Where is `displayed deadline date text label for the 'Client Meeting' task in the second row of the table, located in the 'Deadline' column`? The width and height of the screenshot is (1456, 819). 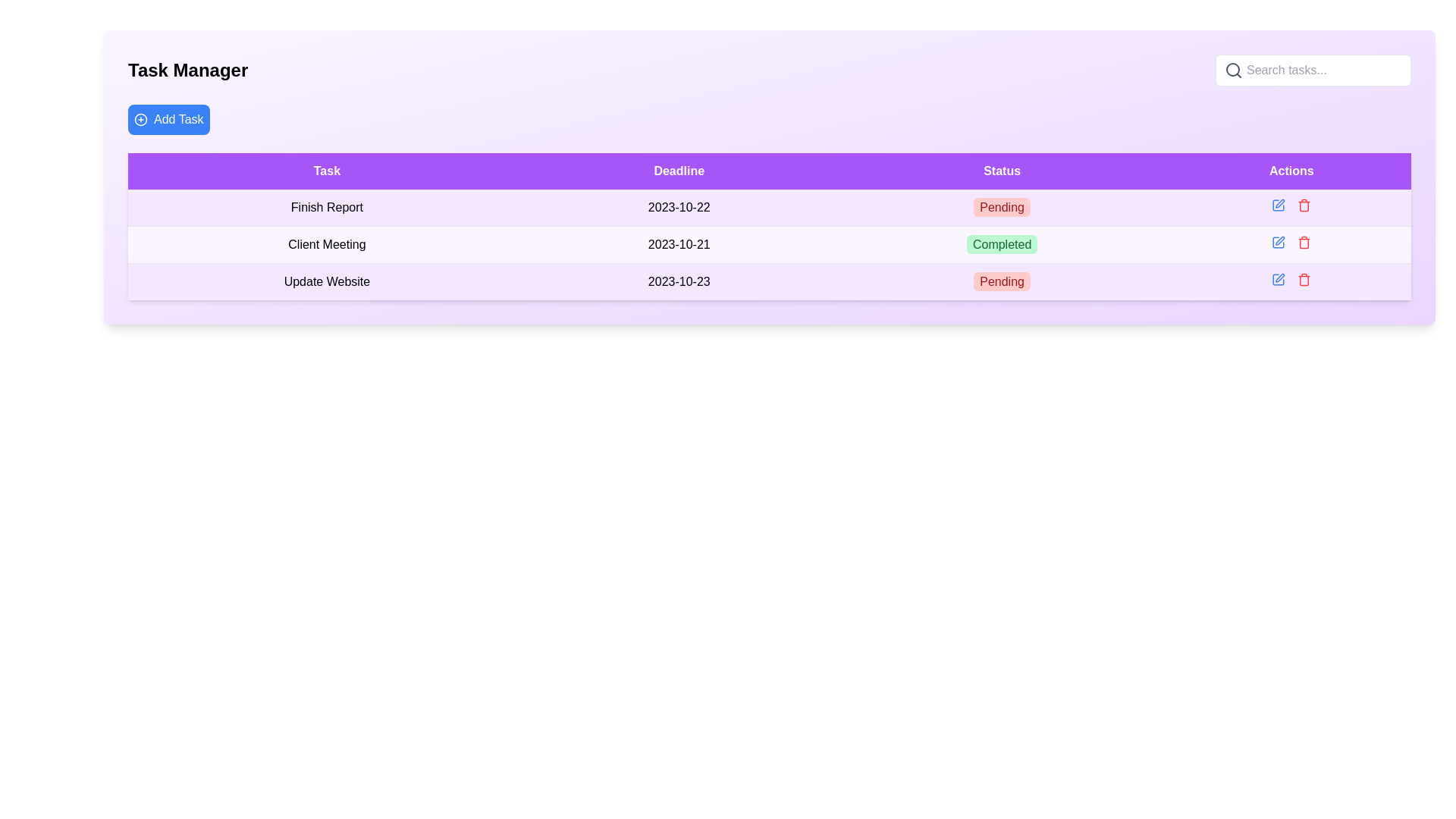
displayed deadline date text label for the 'Client Meeting' task in the second row of the table, located in the 'Deadline' column is located at coordinates (678, 244).